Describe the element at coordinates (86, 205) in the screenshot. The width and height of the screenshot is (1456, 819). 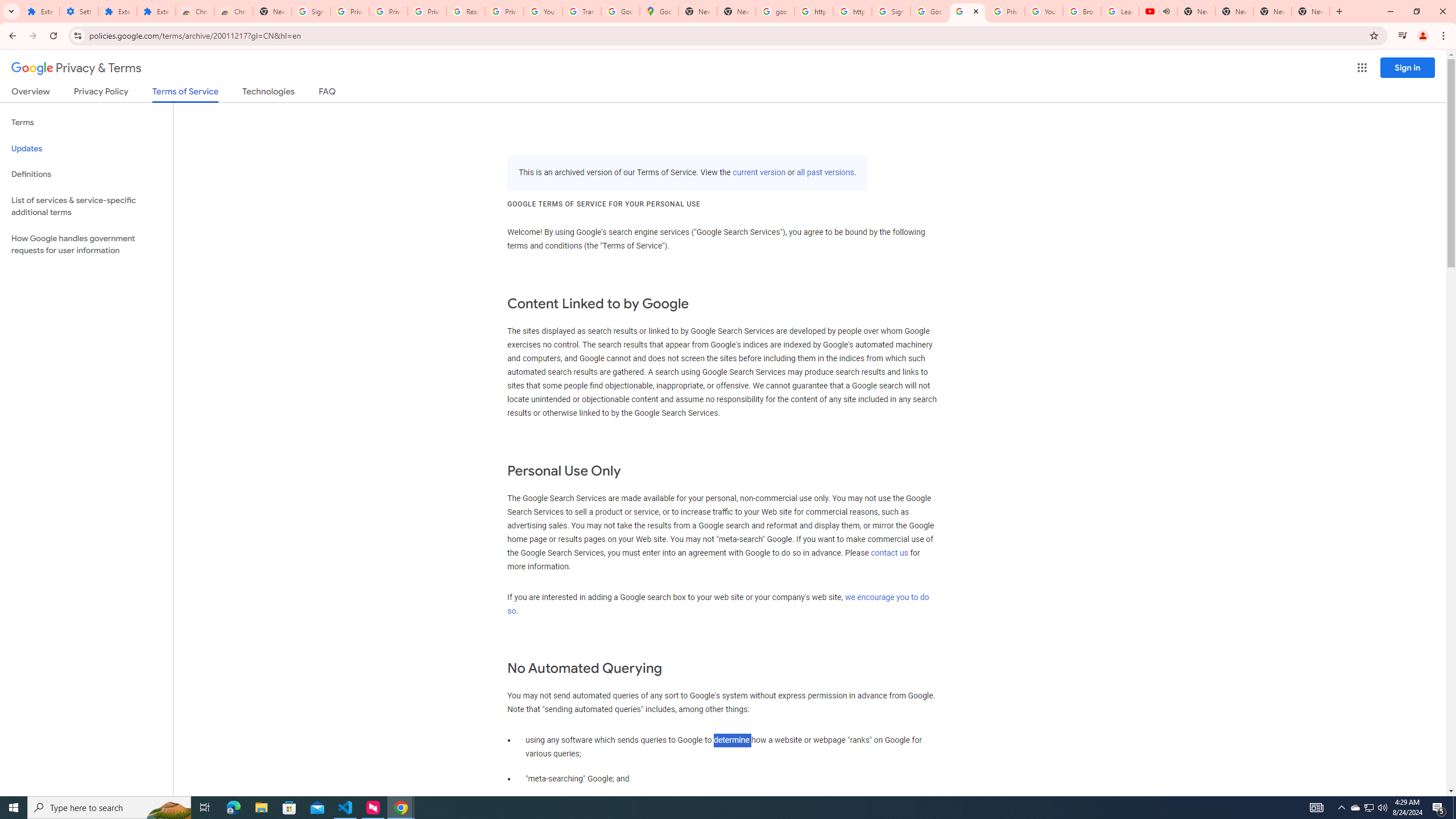
I see `'List of services & service-specific additional terms'` at that location.